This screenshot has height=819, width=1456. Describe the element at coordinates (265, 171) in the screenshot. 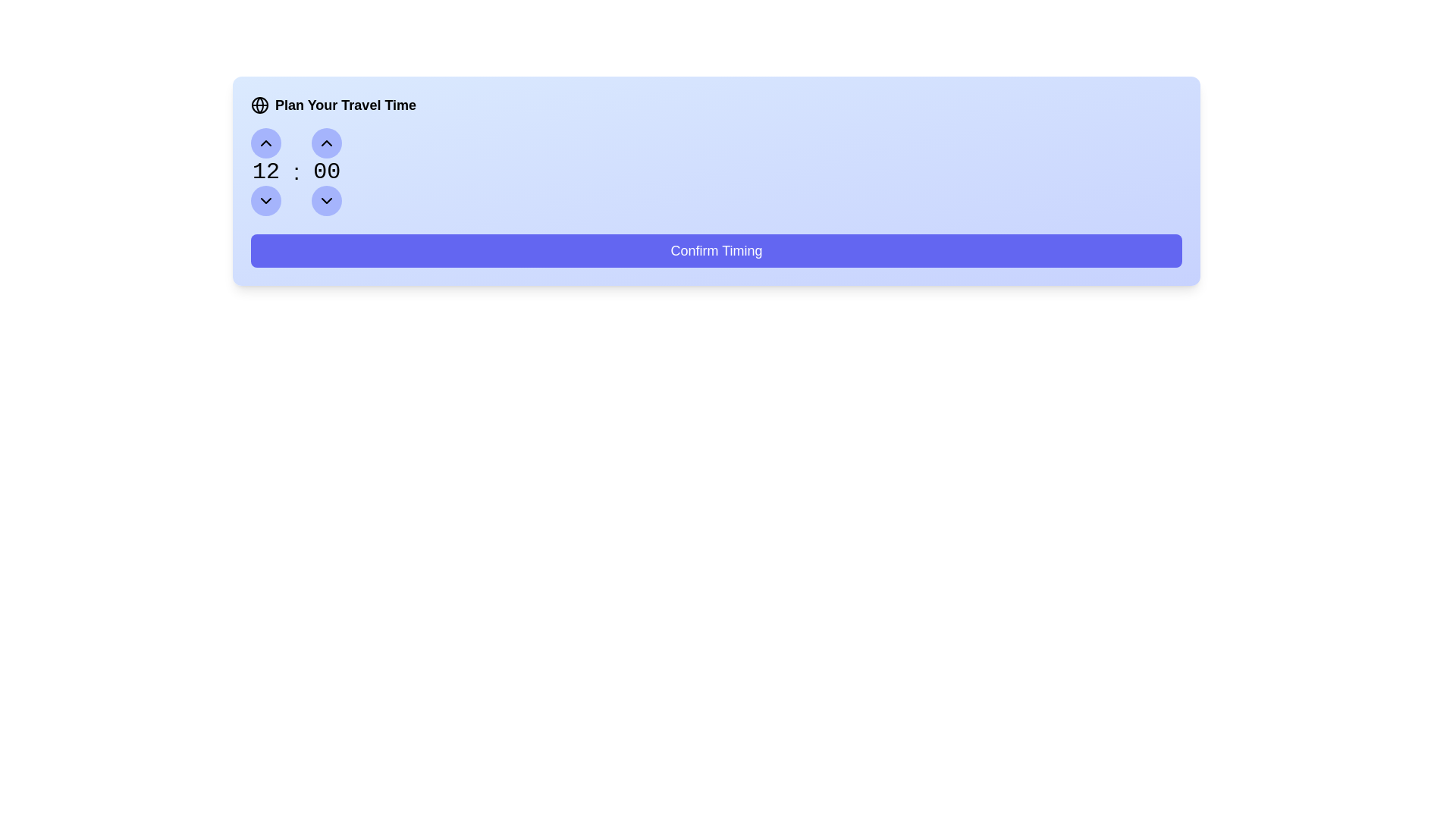

I see `value displayed in the Text label that shows the current hour in the time selector, located between the upward and downward arrows` at that location.